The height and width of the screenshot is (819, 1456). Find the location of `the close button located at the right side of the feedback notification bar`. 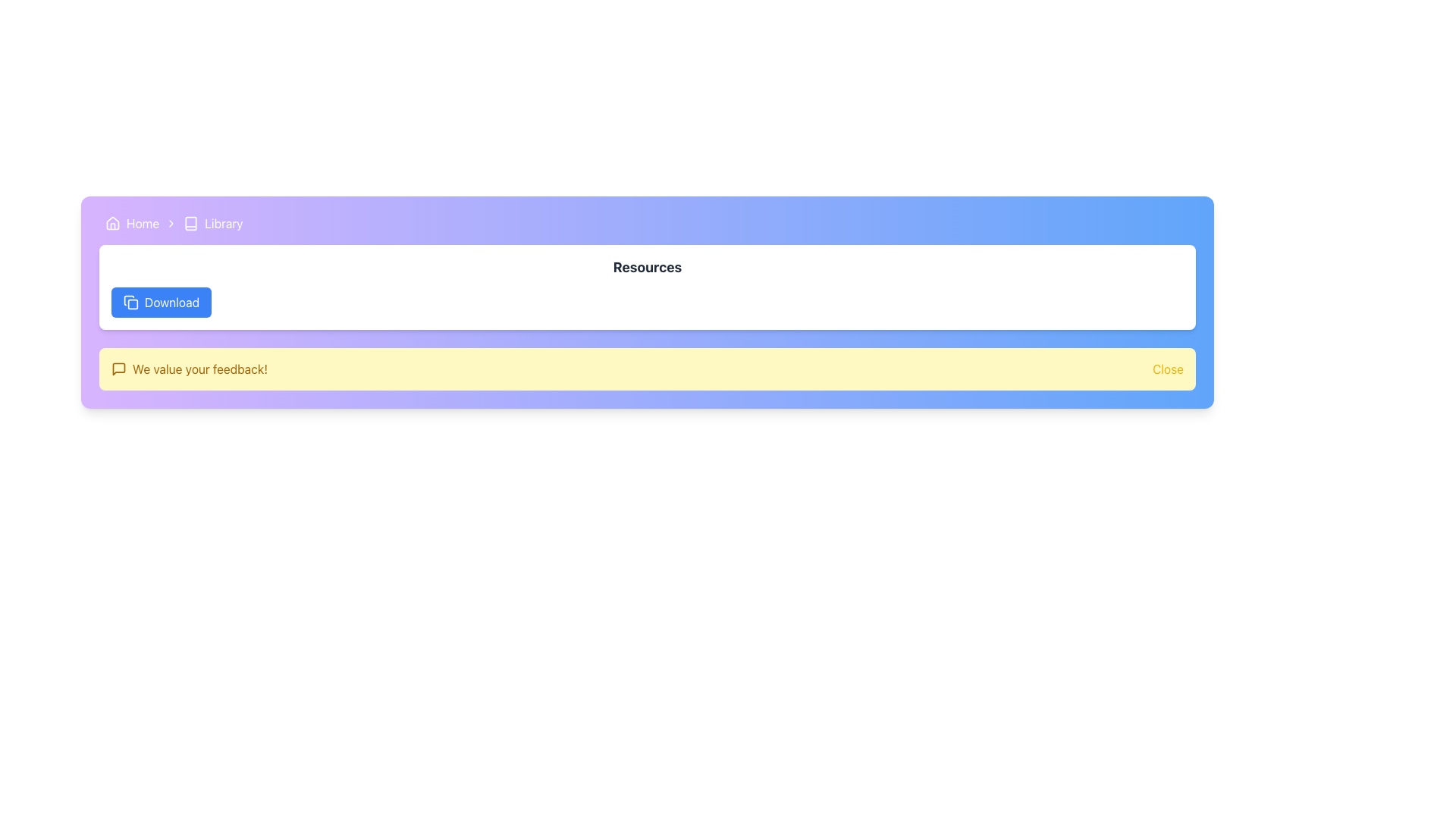

the close button located at the right side of the feedback notification bar is located at coordinates (1167, 369).